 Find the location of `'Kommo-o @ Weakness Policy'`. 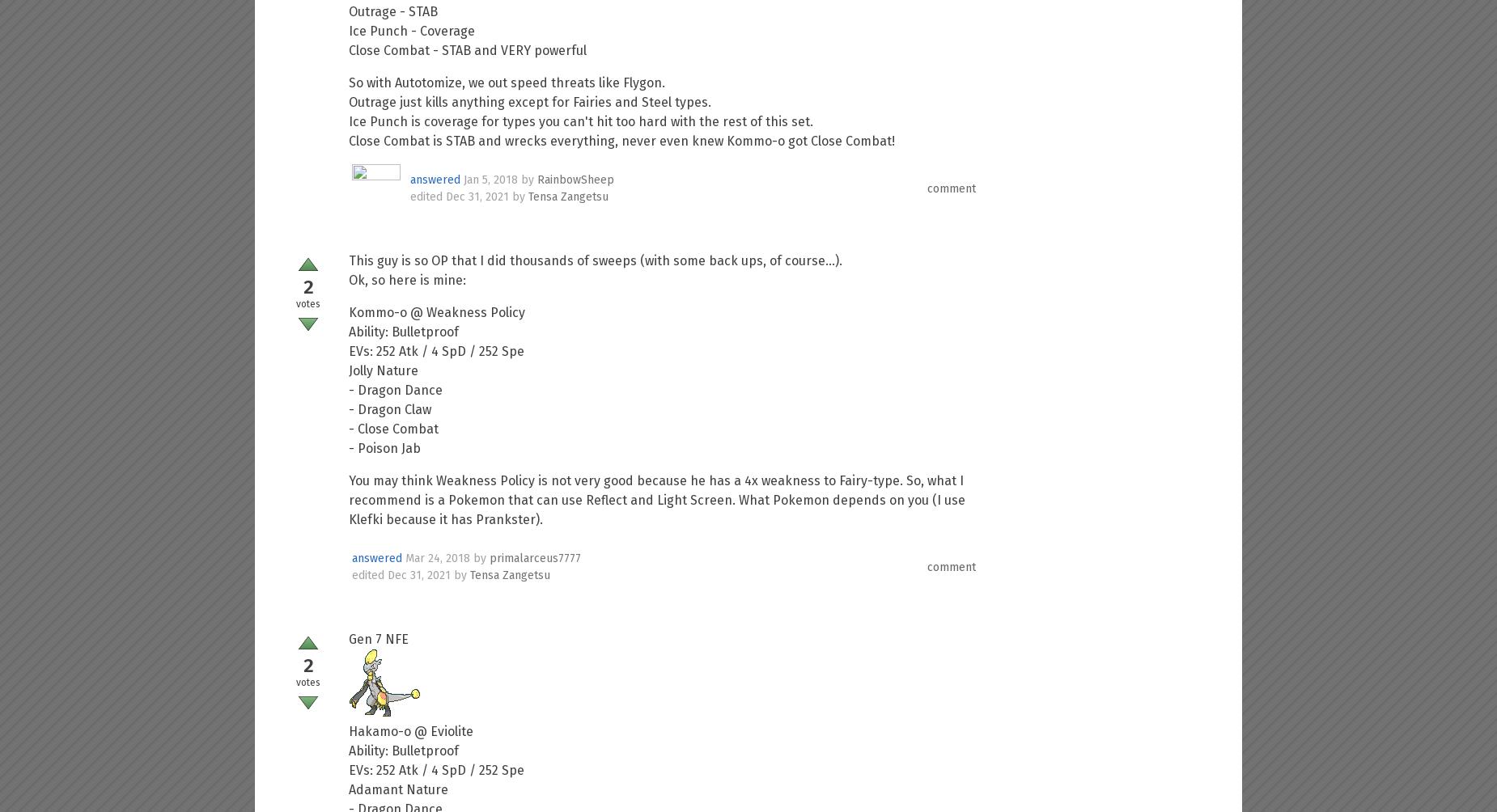

'Kommo-o @ Weakness Policy' is located at coordinates (437, 311).